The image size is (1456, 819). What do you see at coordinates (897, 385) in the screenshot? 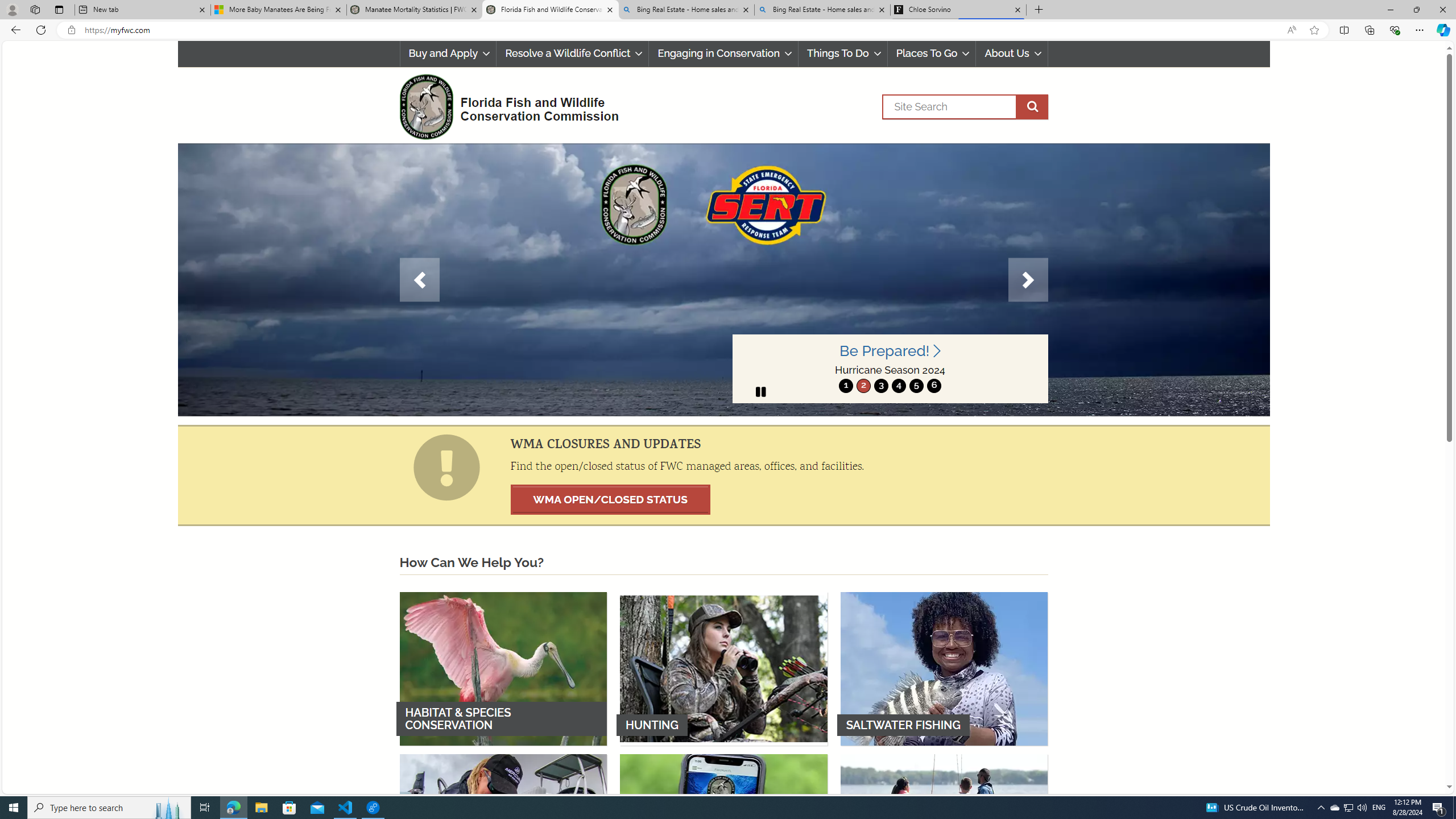
I see `'move to slide 4'` at bounding box center [897, 385].